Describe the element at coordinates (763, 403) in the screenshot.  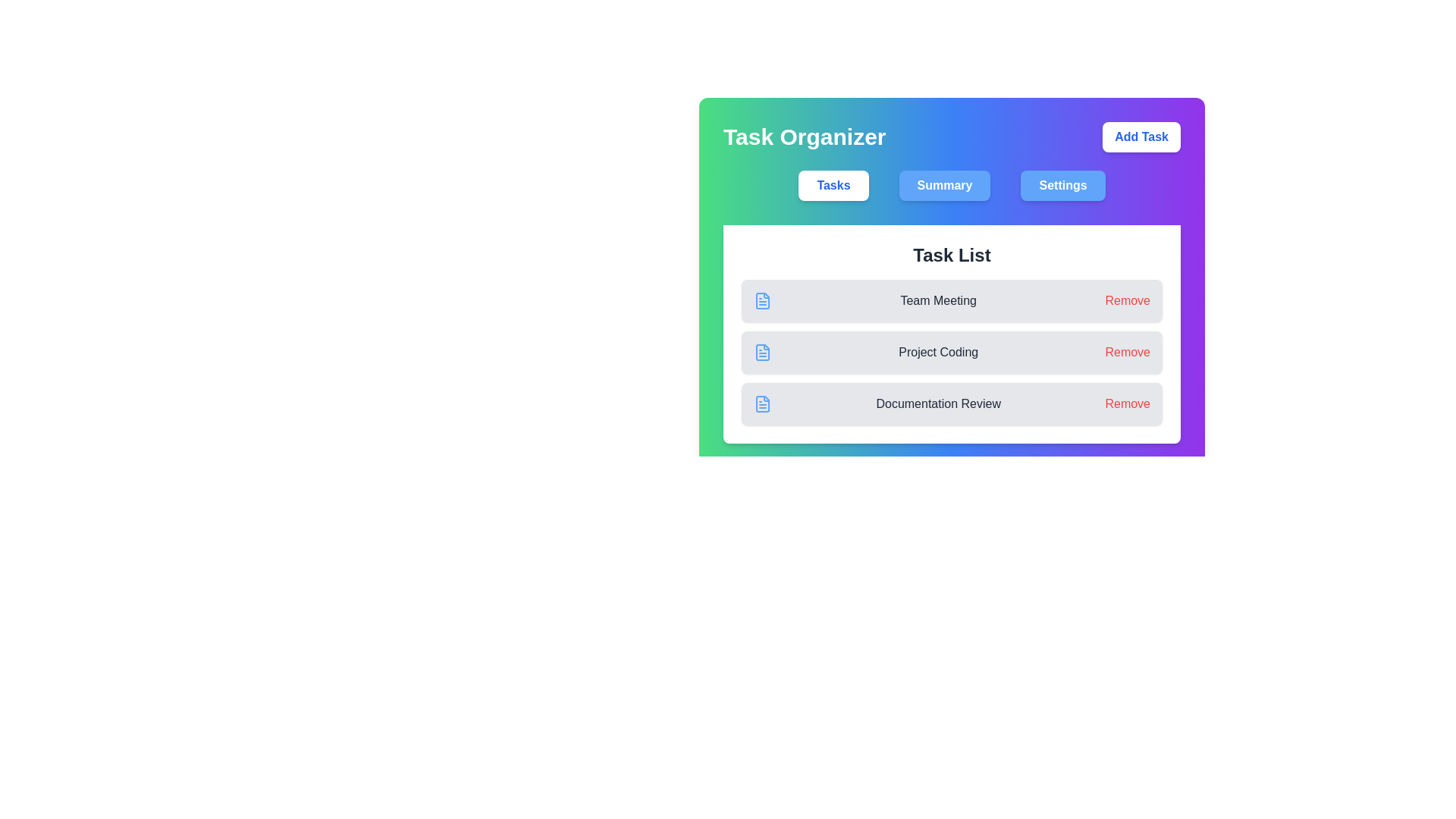
I see `the small blue document-shaped icon located to the left of the 'Documentation Review' text in the task list` at that location.